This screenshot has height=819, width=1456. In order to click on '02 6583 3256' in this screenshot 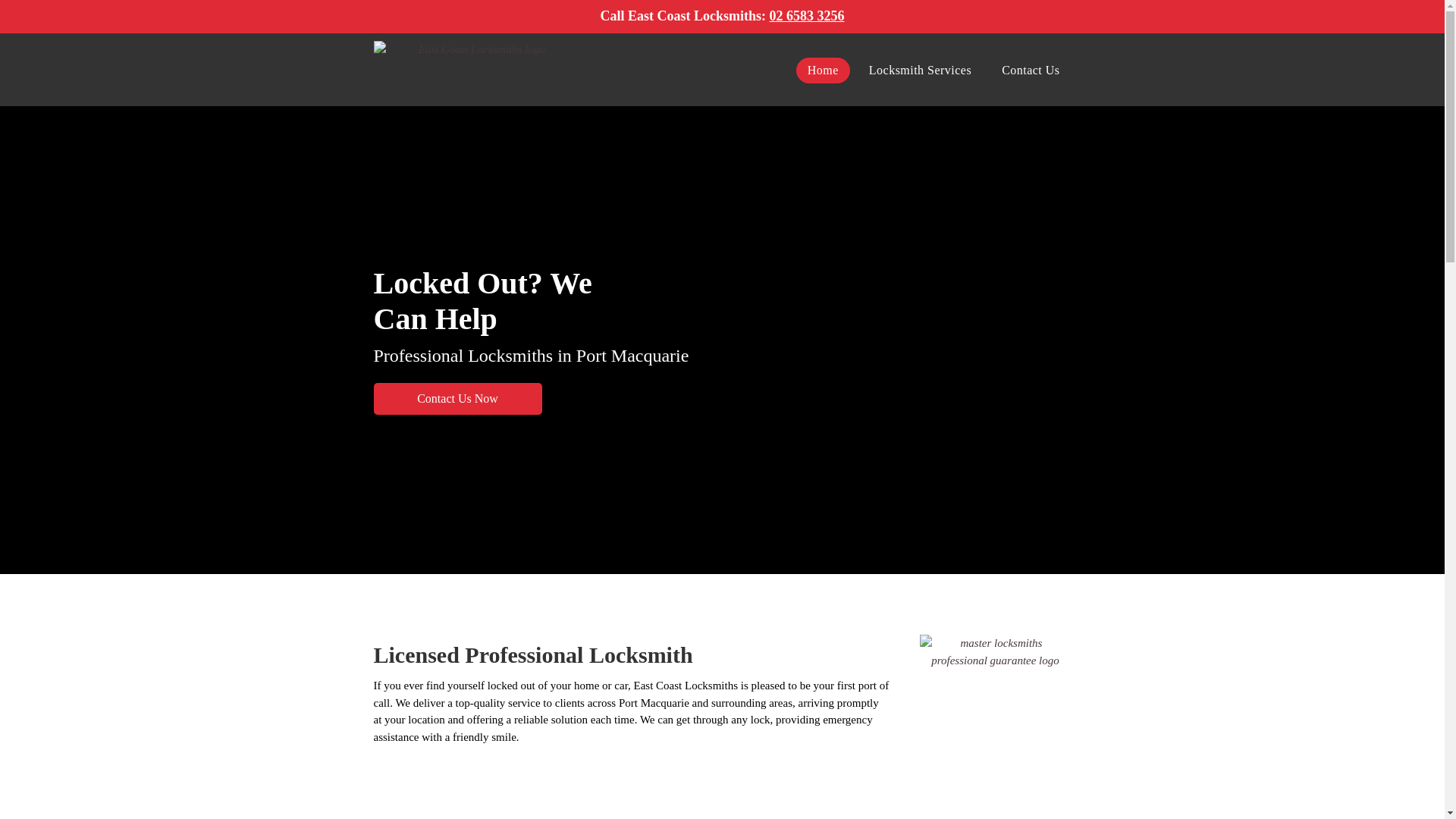, I will do `click(805, 15)`.